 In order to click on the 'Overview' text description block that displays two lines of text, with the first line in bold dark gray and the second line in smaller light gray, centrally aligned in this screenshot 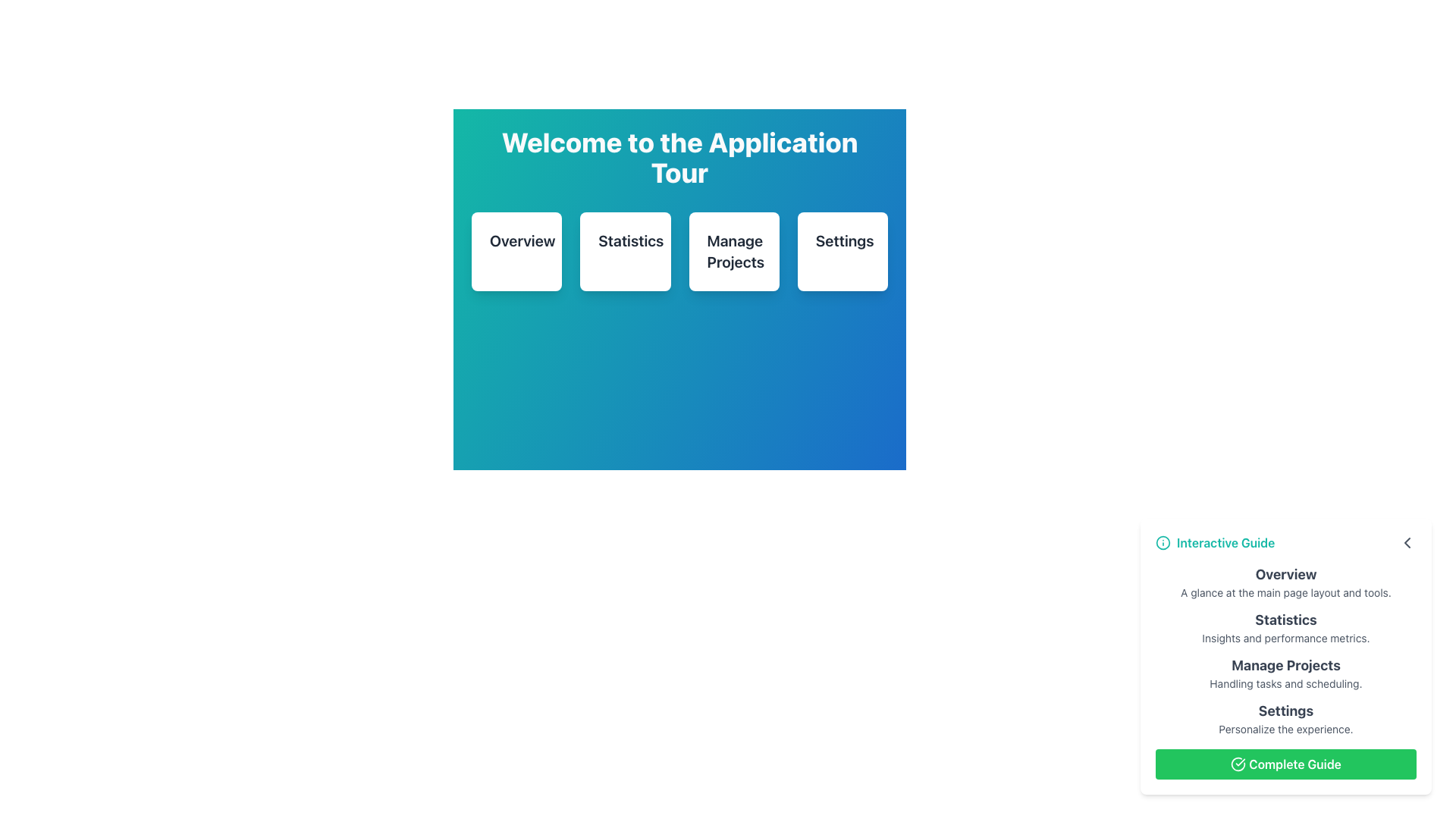, I will do `click(1285, 581)`.